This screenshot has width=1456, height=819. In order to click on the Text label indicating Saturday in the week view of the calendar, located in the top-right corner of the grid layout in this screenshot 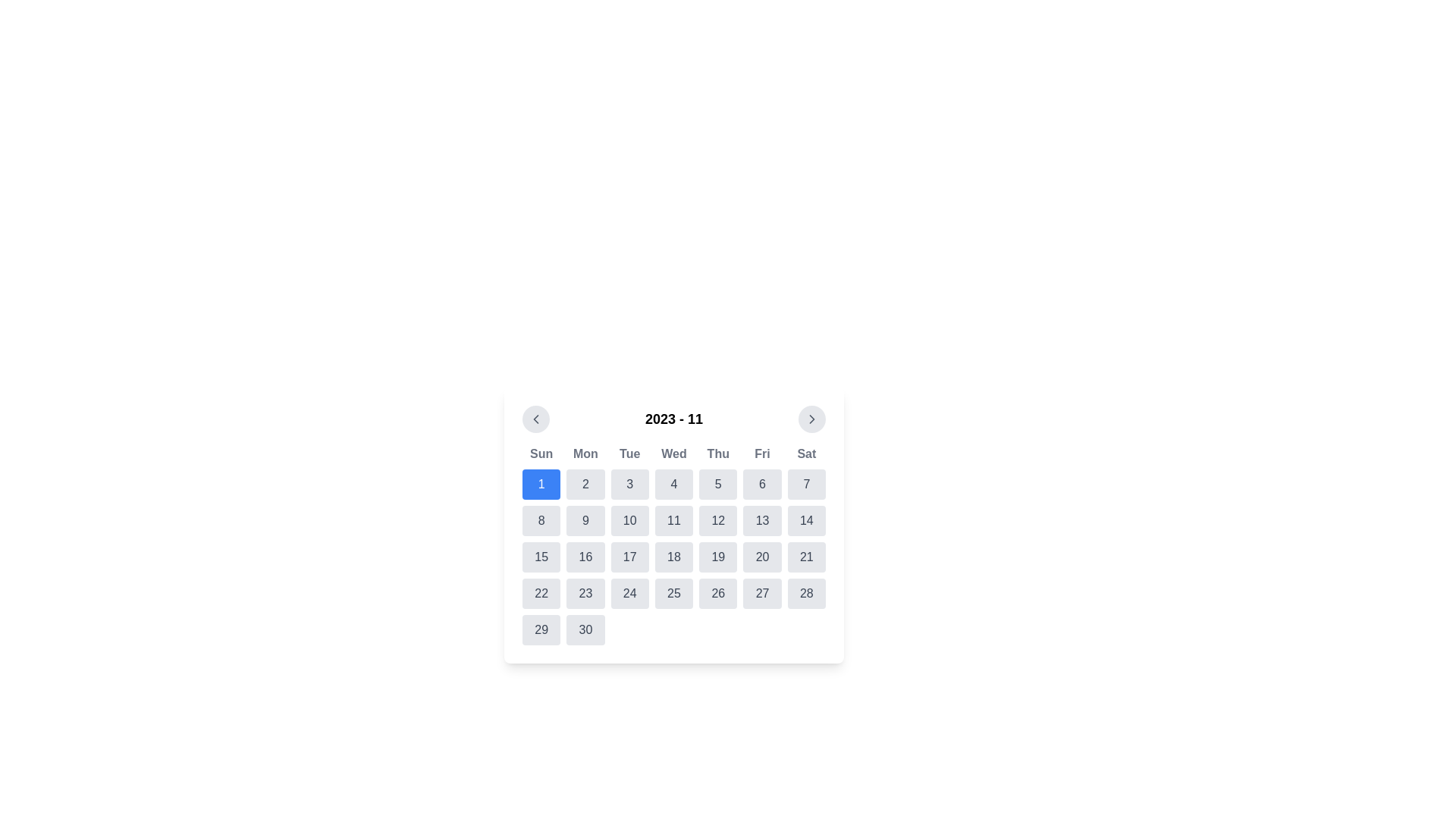, I will do `click(805, 453)`.